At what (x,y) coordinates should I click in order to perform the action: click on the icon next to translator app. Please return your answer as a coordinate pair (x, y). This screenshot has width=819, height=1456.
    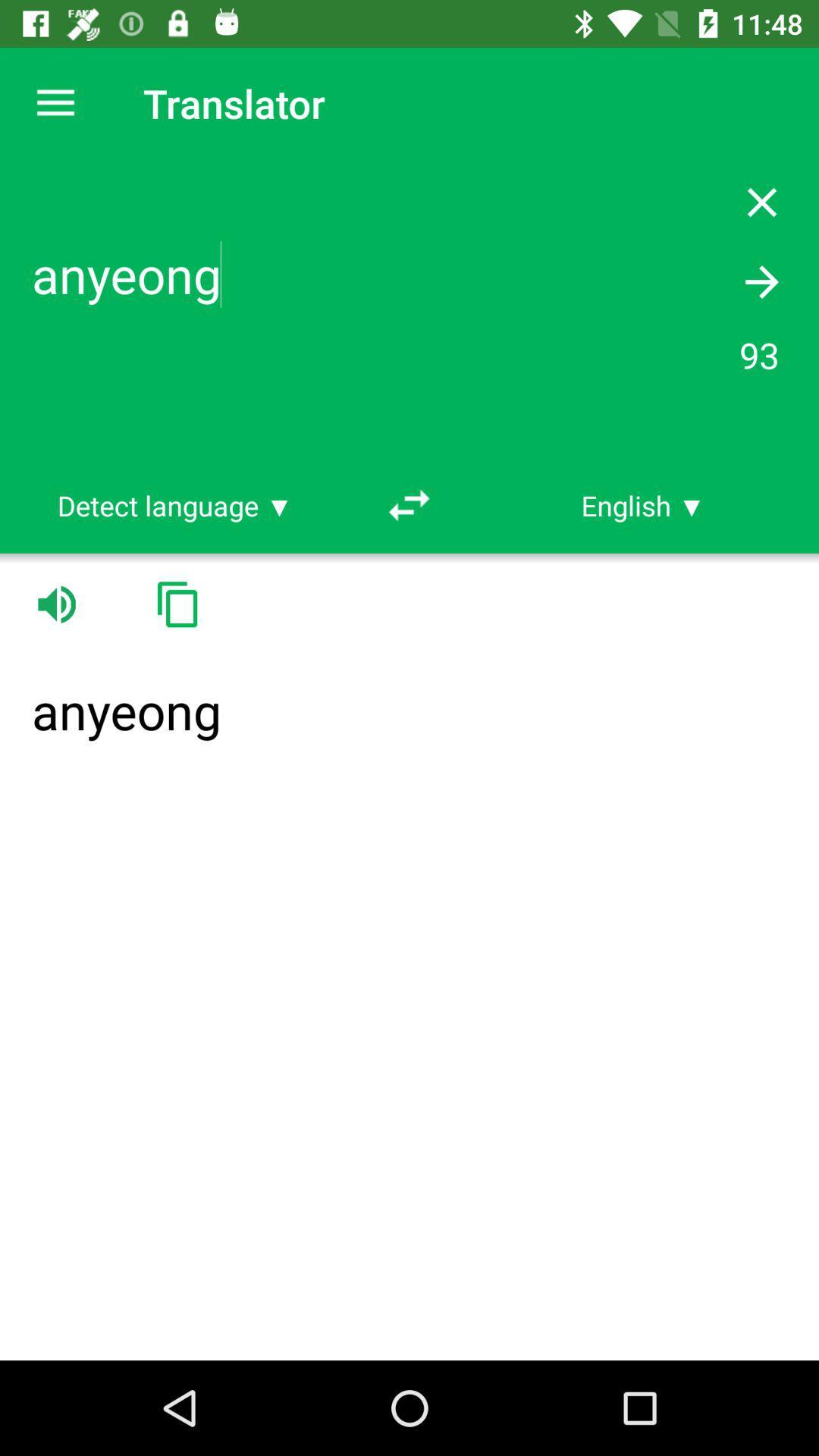
    Looking at the image, I should click on (55, 102).